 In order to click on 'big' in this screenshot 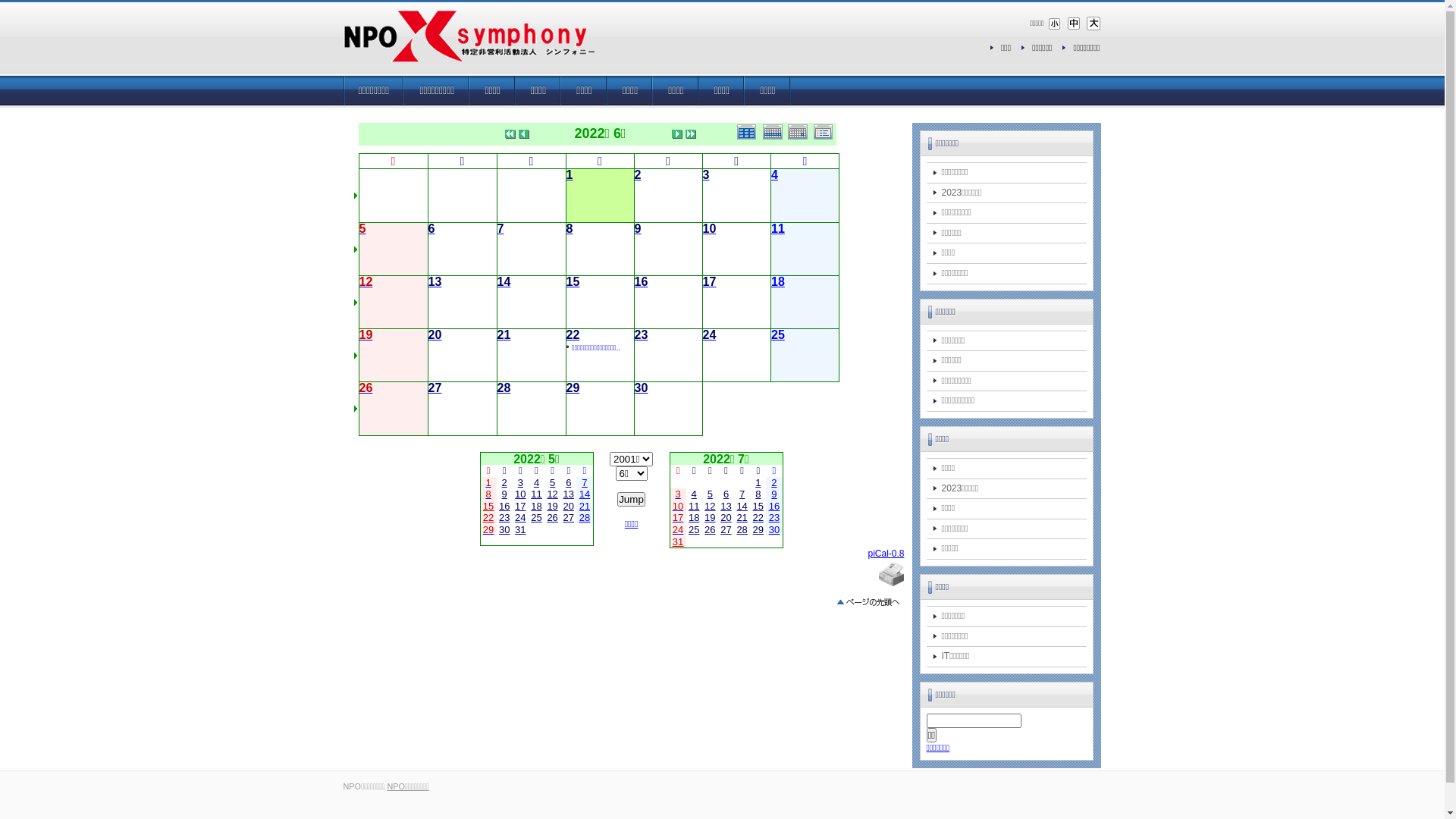, I will do `click(1092, 23)`.